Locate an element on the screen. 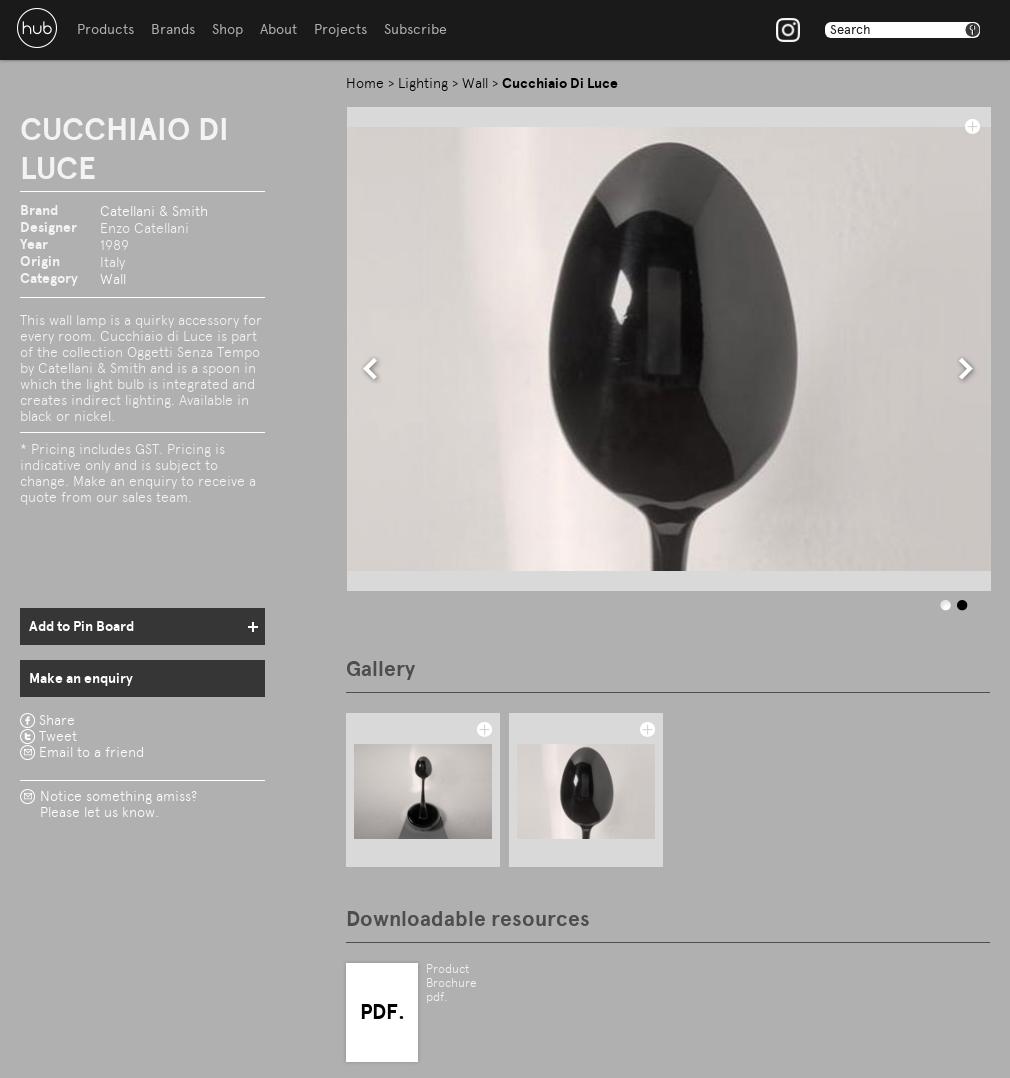 This screenshot has height=1078, width=1010. 'Notice something amiss?' is located at coordinates (117, 794).